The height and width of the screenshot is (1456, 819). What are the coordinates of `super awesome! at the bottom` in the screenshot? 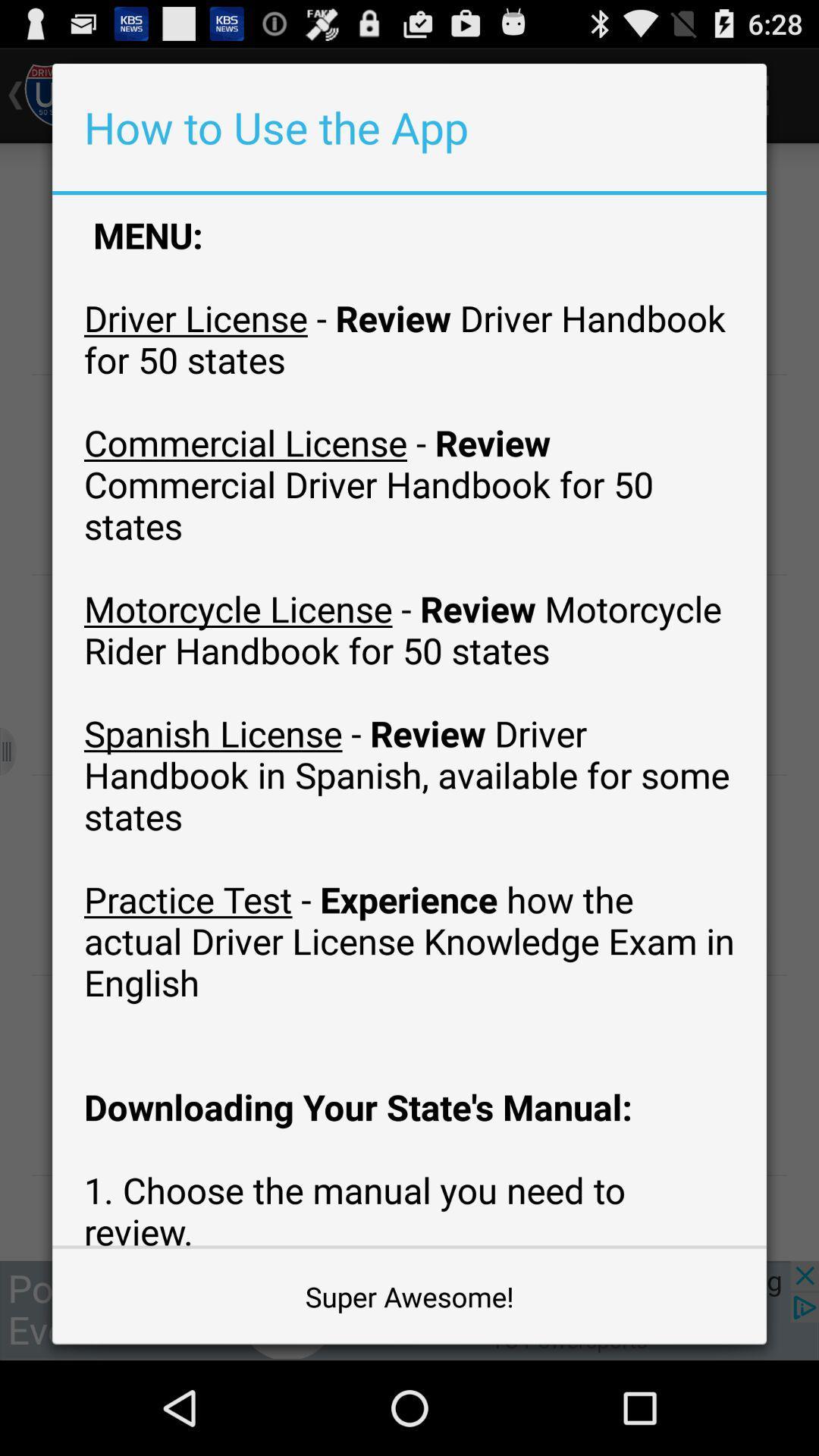 It's located at (409, 1295).